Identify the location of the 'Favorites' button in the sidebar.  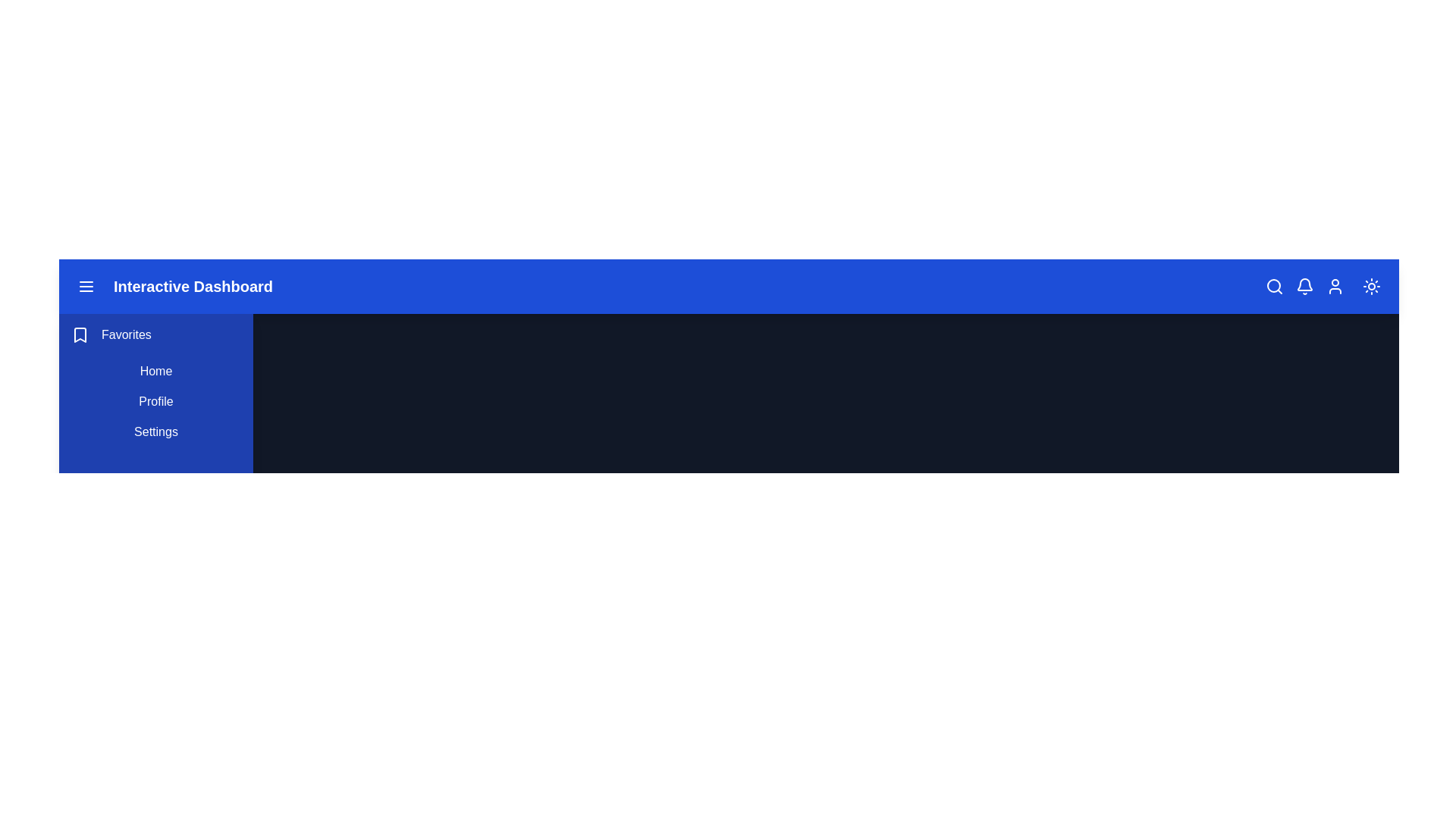
(79, 334).